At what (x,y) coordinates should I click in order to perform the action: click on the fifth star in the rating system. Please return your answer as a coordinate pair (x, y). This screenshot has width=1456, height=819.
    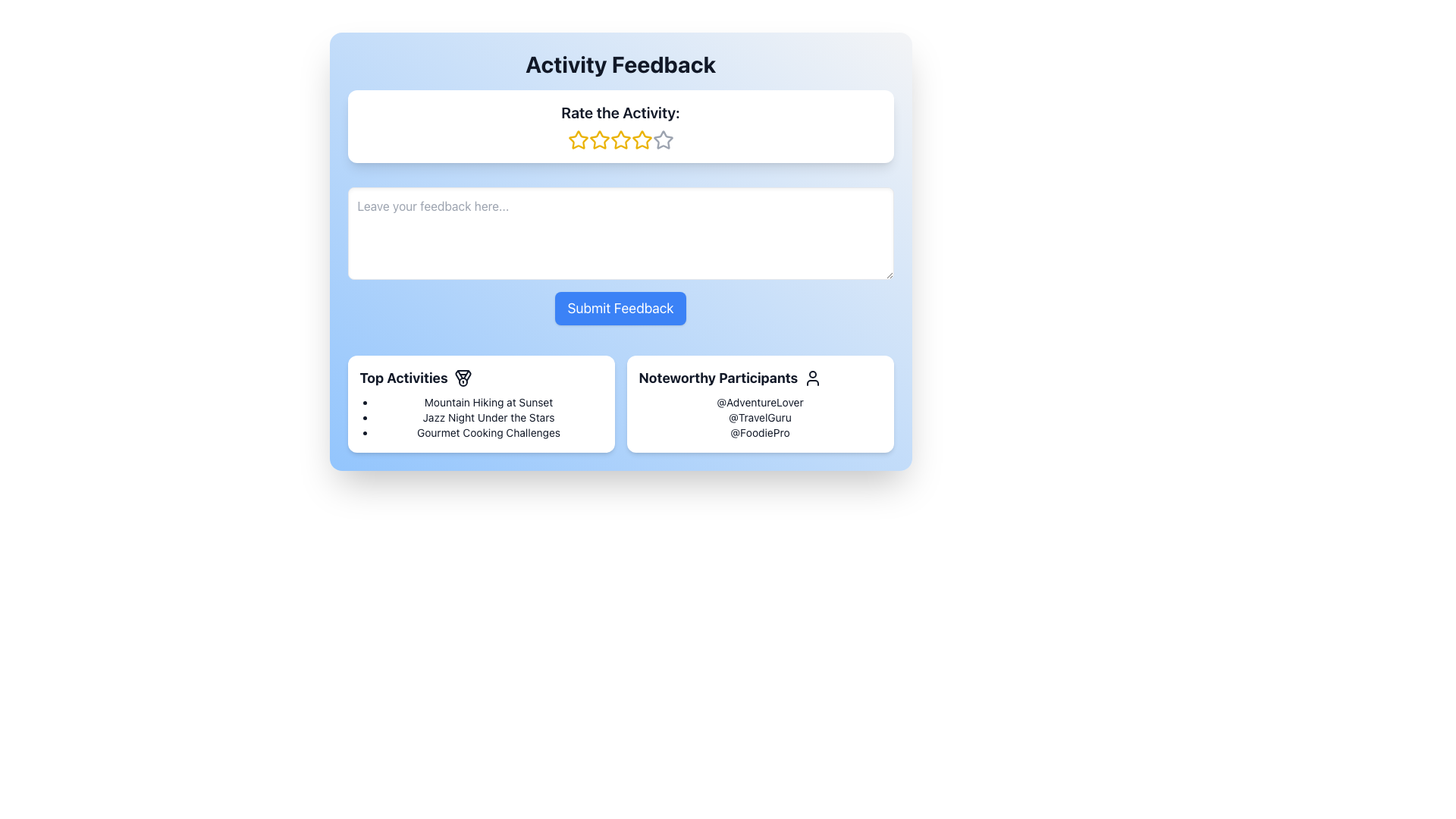
    Looking at the image, I should click on (642, 140).